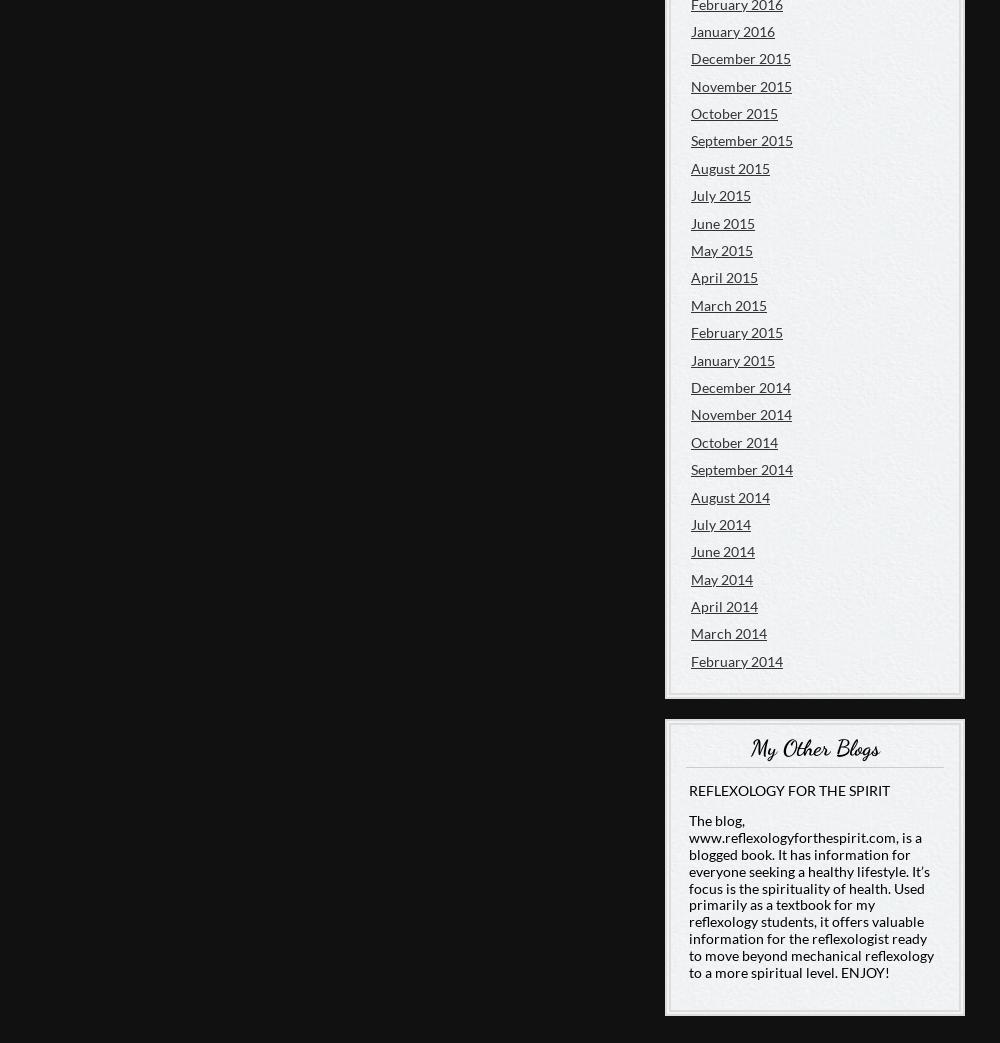 The image size is (1000, 1043). What do you see at coordinates (690, 386) in the screenshot?
I see `'December 2014'` at bounding box center [690, 386].